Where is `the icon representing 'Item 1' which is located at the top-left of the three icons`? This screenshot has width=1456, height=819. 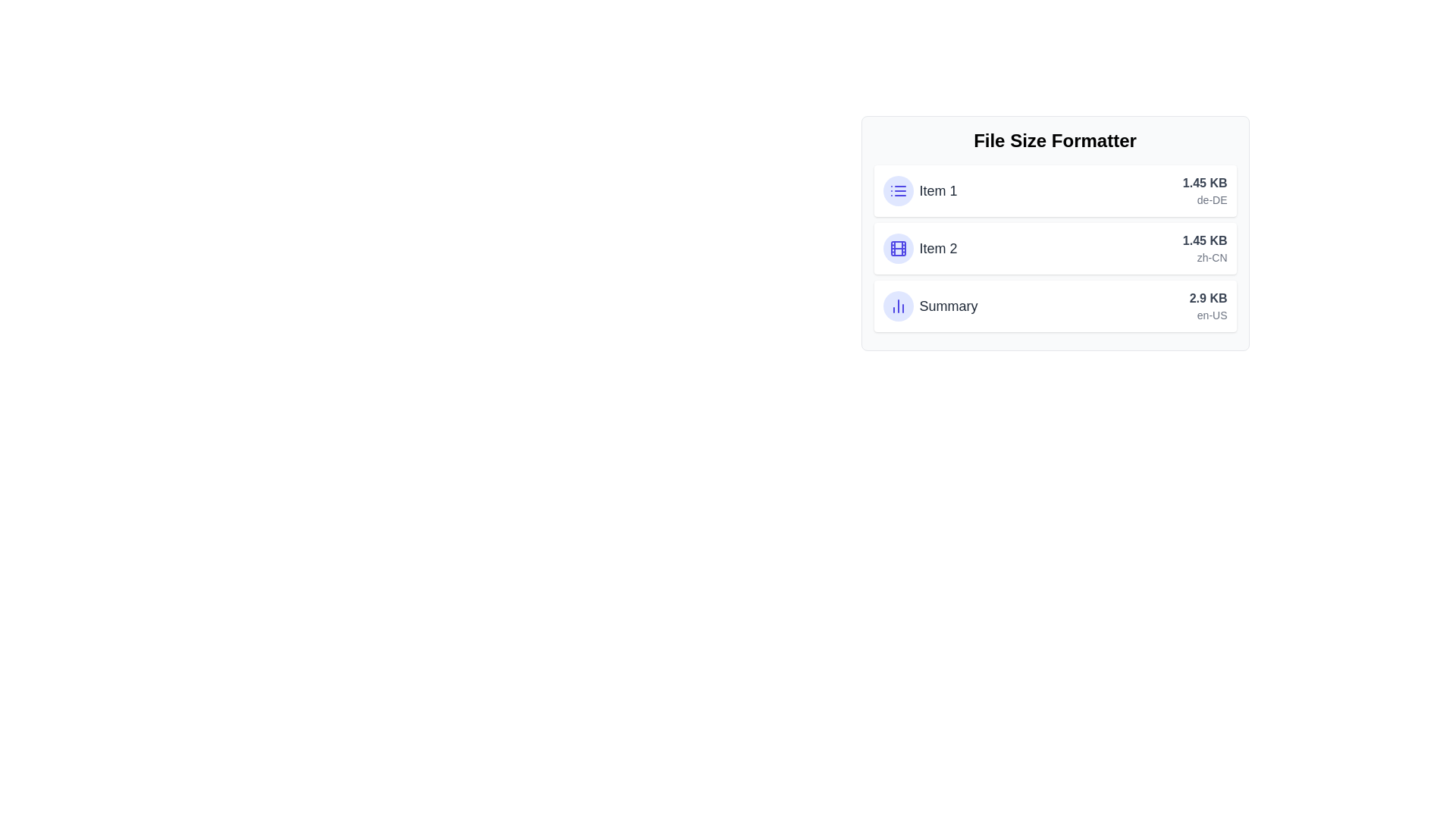
the icon representing 'Item 1' which is located at the top-left of the three icons is located at coordinates (898, 190).